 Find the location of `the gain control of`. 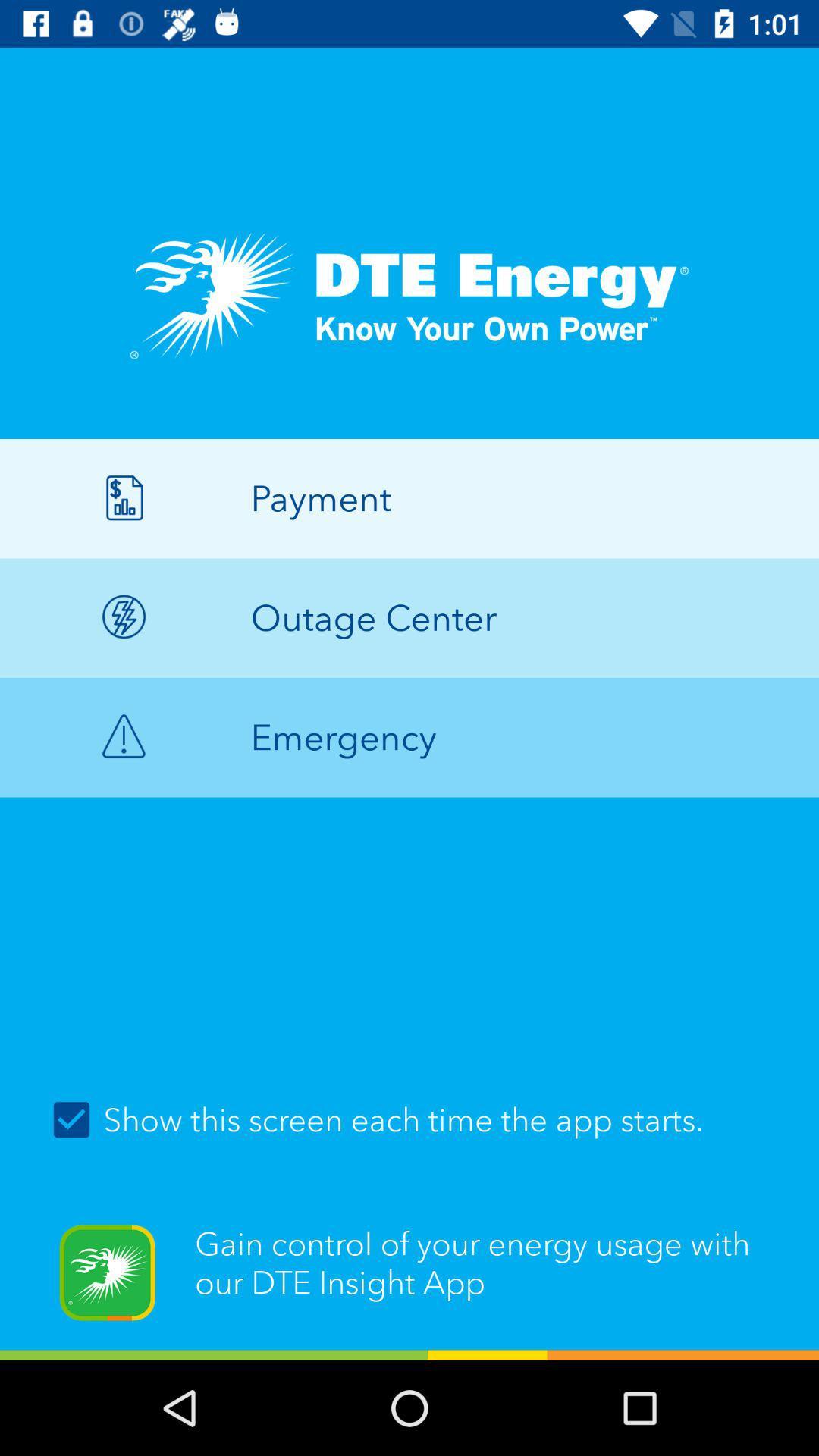

the gain control of is located at coordinates (409, 1282).